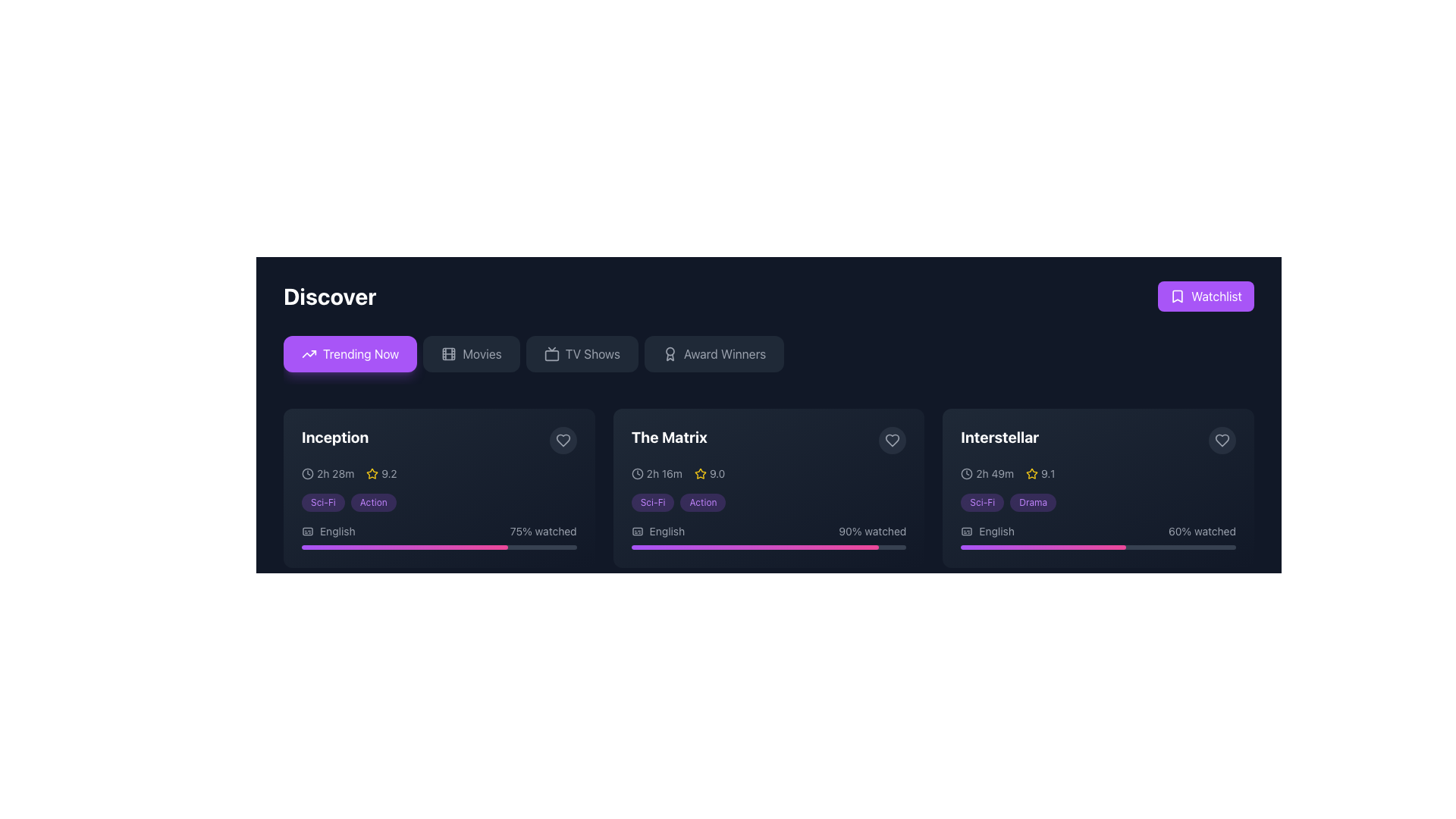 This screenshot has width=1456, height=819. What do you see at coordinates (1177, 296) in the screenshot?
I see `the purple 'Watchlist' button with a bookmark icon located at the top-right corner of the interface` at bounding box center [1177, 296].